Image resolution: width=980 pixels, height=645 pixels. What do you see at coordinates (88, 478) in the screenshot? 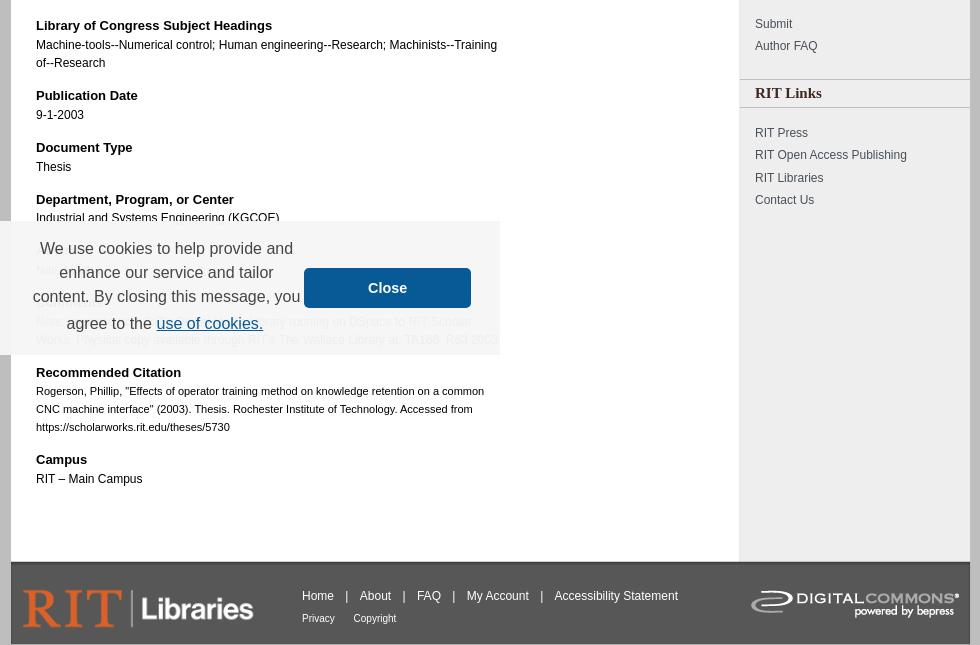
I see `'RIT – Main Campus'` at bounding box center [88, 478].